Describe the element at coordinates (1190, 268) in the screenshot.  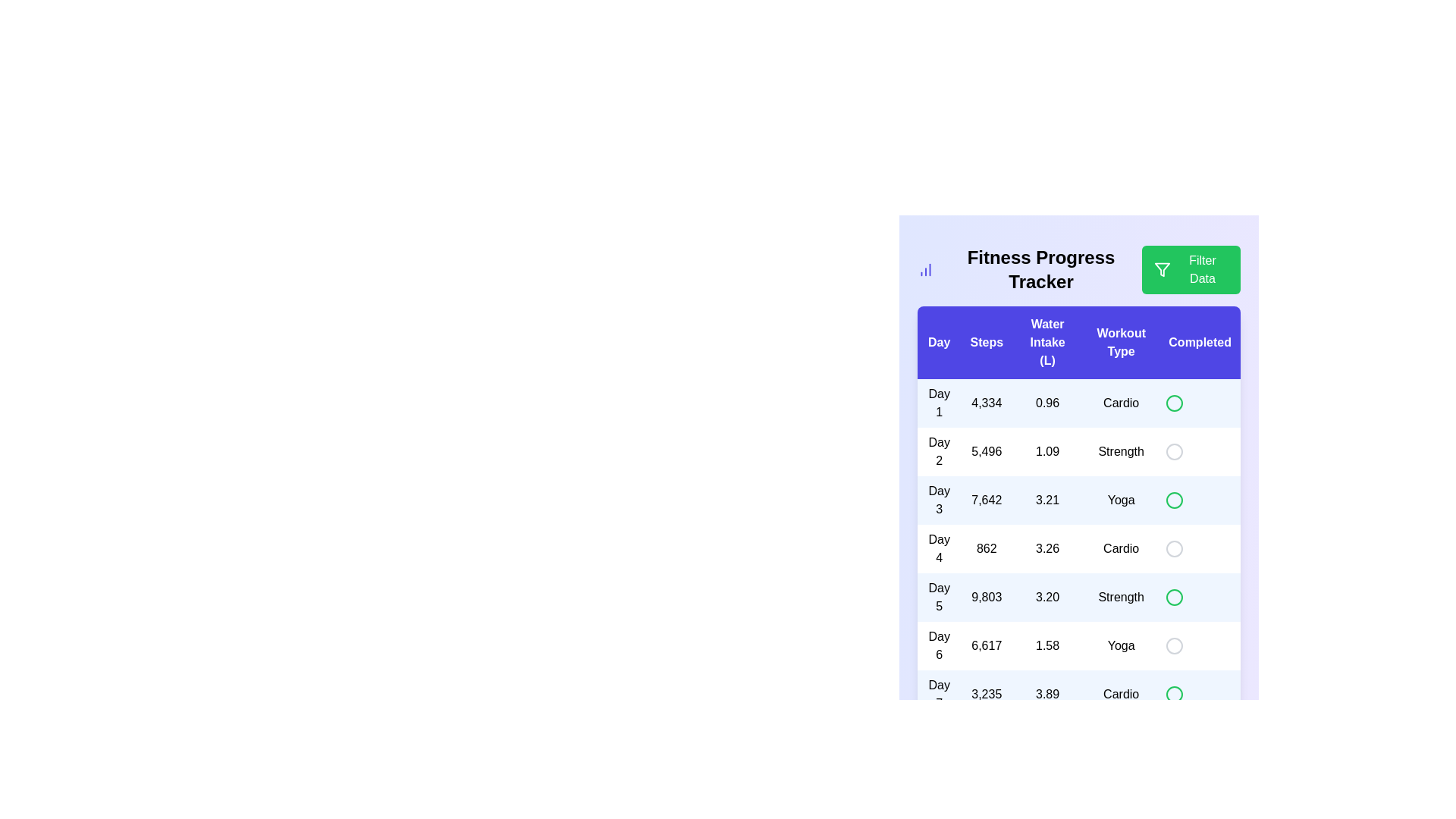
I see `'Filter Data' button to open the filtering options` at that location.